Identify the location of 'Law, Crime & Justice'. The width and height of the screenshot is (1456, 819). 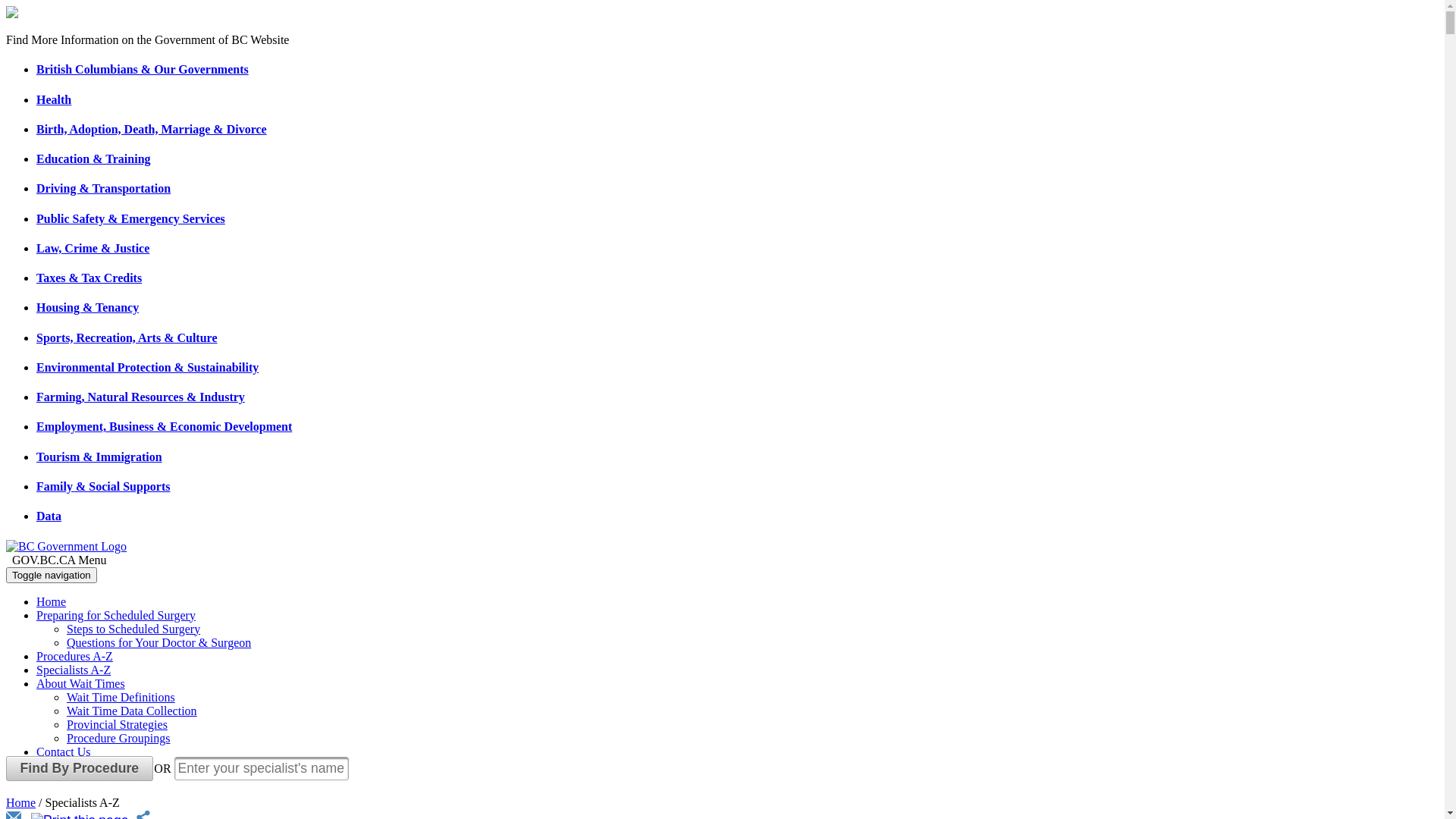
(36, 247).